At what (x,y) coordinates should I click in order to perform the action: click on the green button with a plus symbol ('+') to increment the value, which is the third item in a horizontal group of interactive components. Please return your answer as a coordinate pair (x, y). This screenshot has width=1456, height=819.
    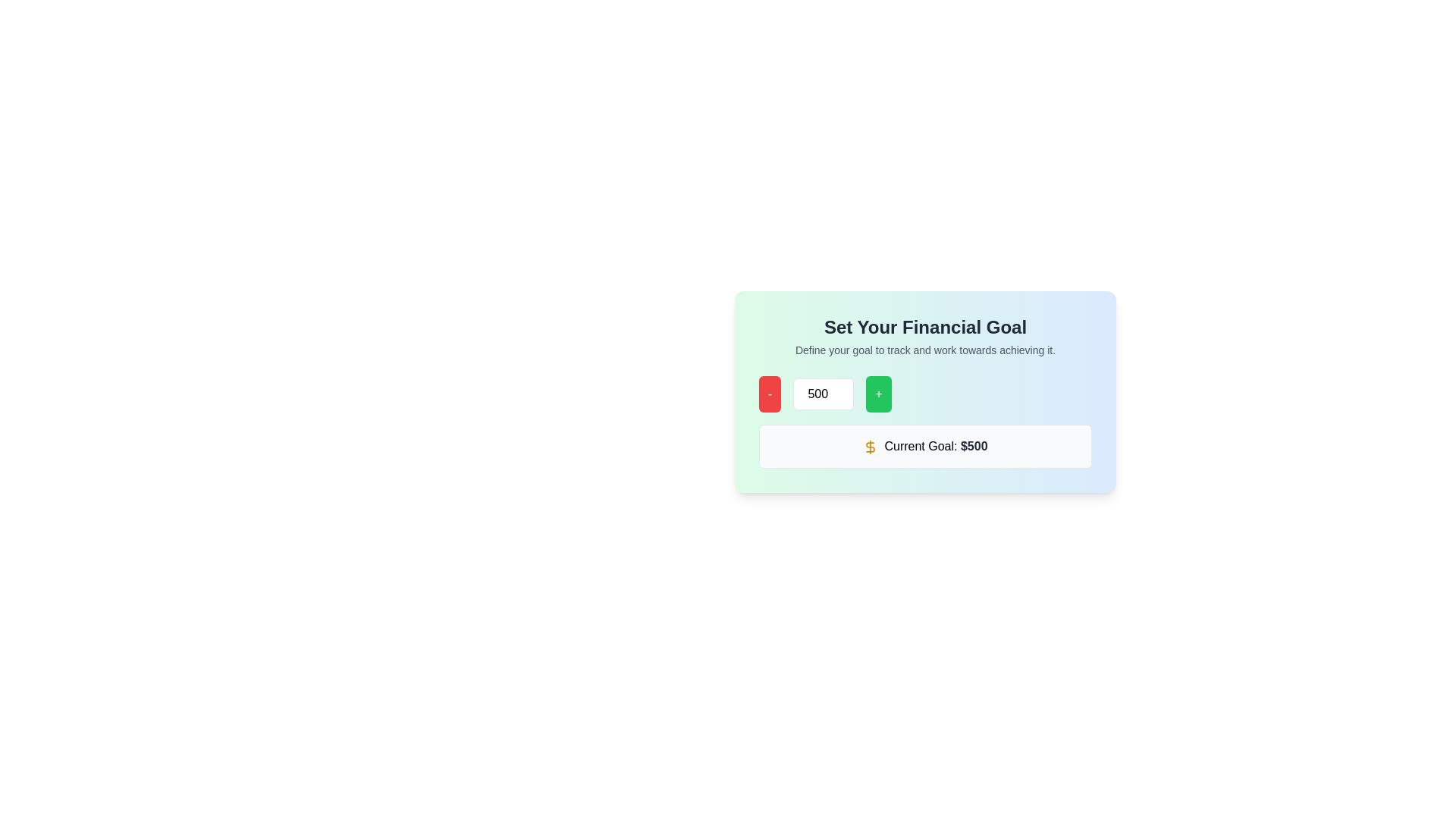
    Looking at the image, I should click on (878, 394).